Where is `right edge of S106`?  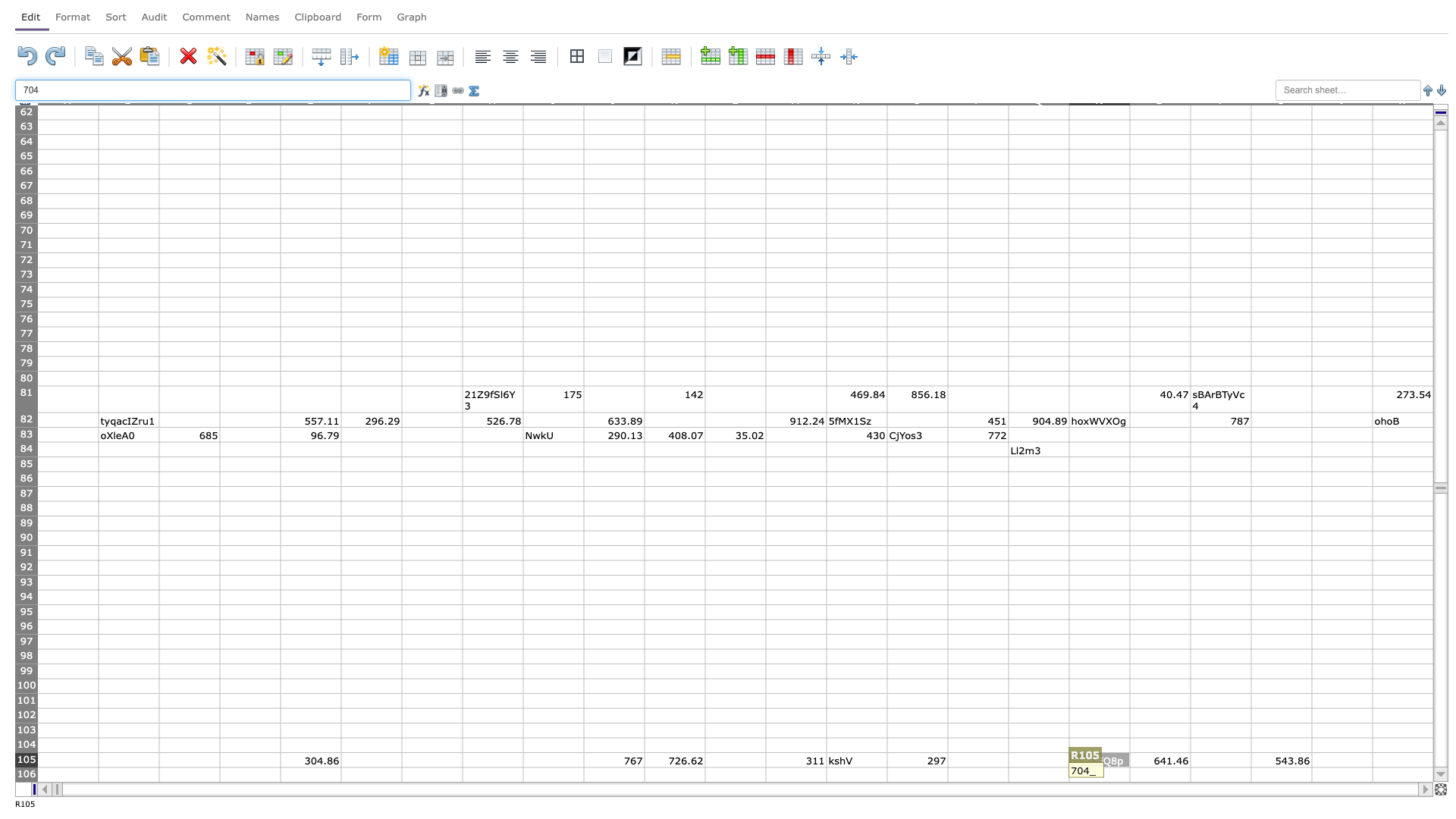 right edge of S106 is located at coordinates (1189, 774).